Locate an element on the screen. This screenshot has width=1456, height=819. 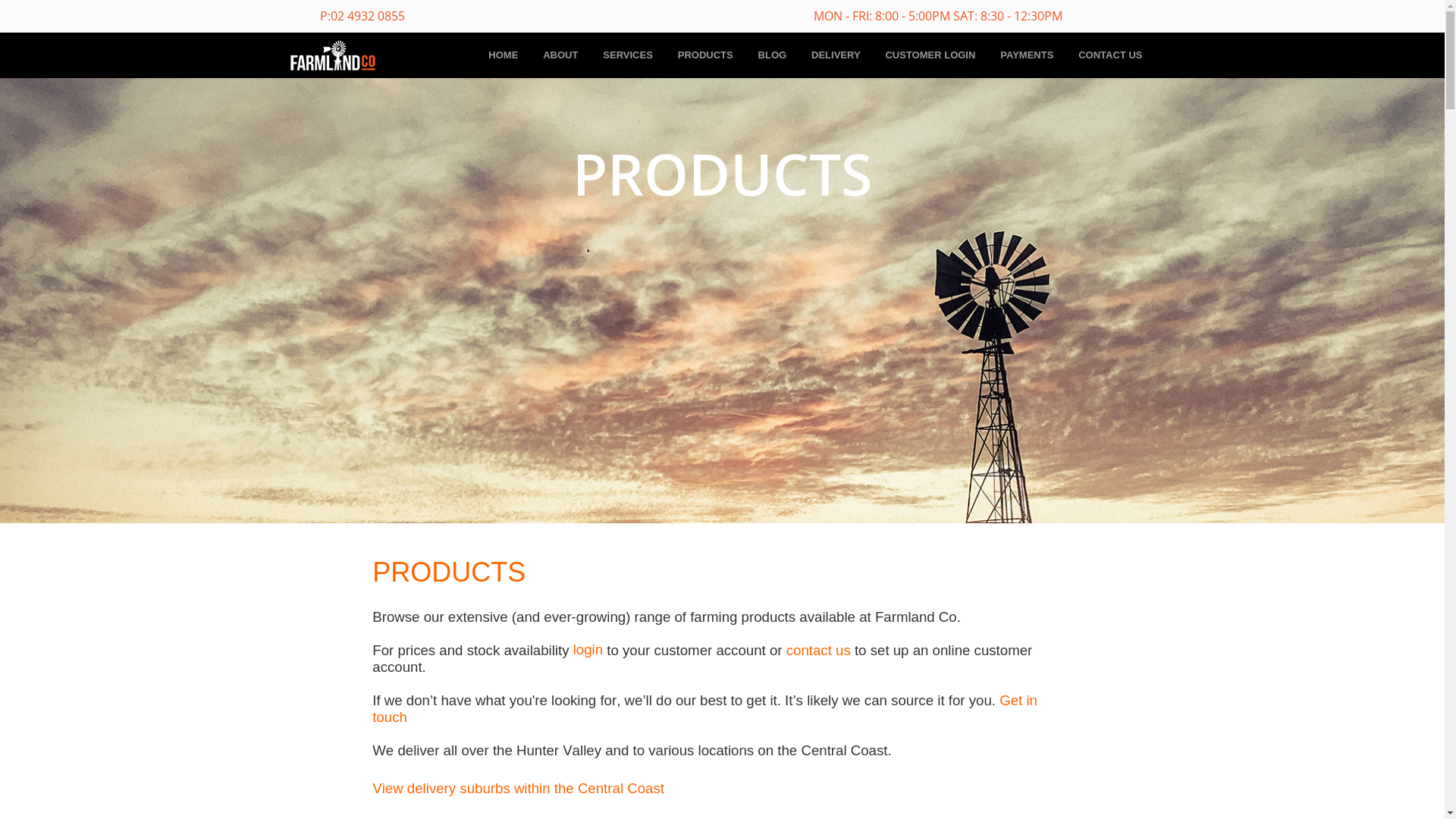
'ABOUT' is located at coordinates (560, 55).